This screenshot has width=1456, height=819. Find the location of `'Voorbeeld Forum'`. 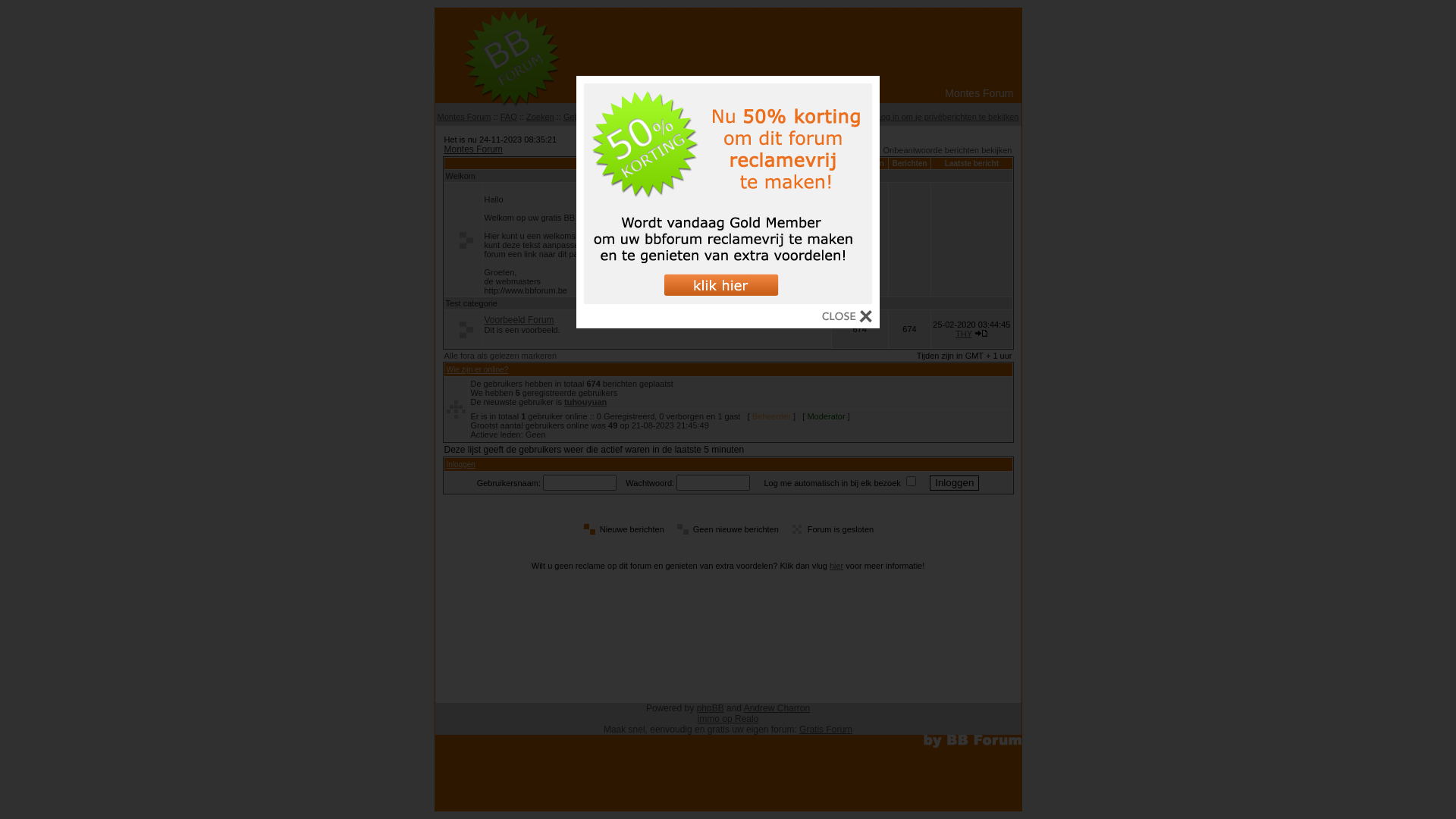

'Voorbeeld Forum' is located at coordinates (518, 318).